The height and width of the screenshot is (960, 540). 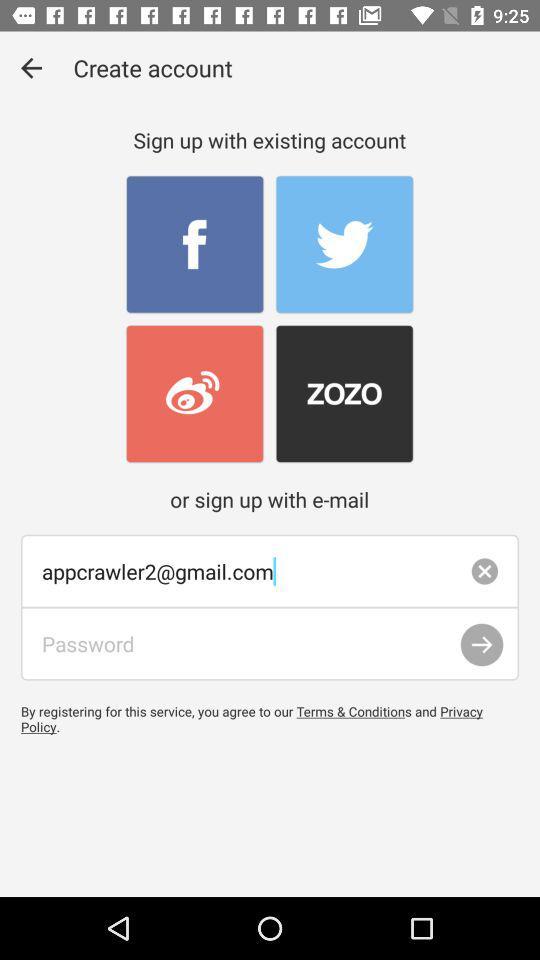 What do you see at coordinates (195, 393) in the screenshot?
I see `login with existing account` at bounding box center [195, 393].